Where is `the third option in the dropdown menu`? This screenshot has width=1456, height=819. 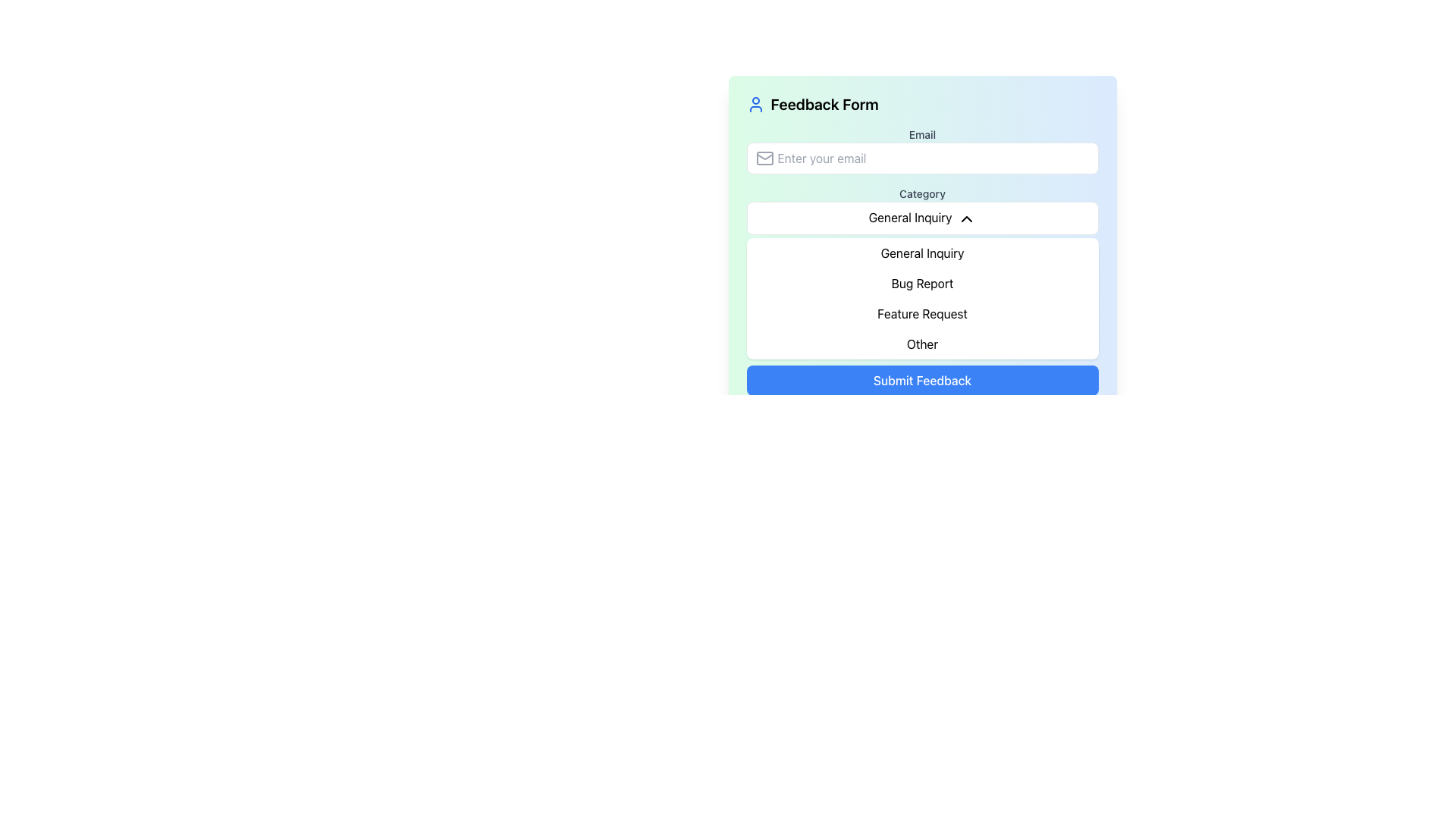 the third option in the dropdown menu is located at coordinates (921, 312).